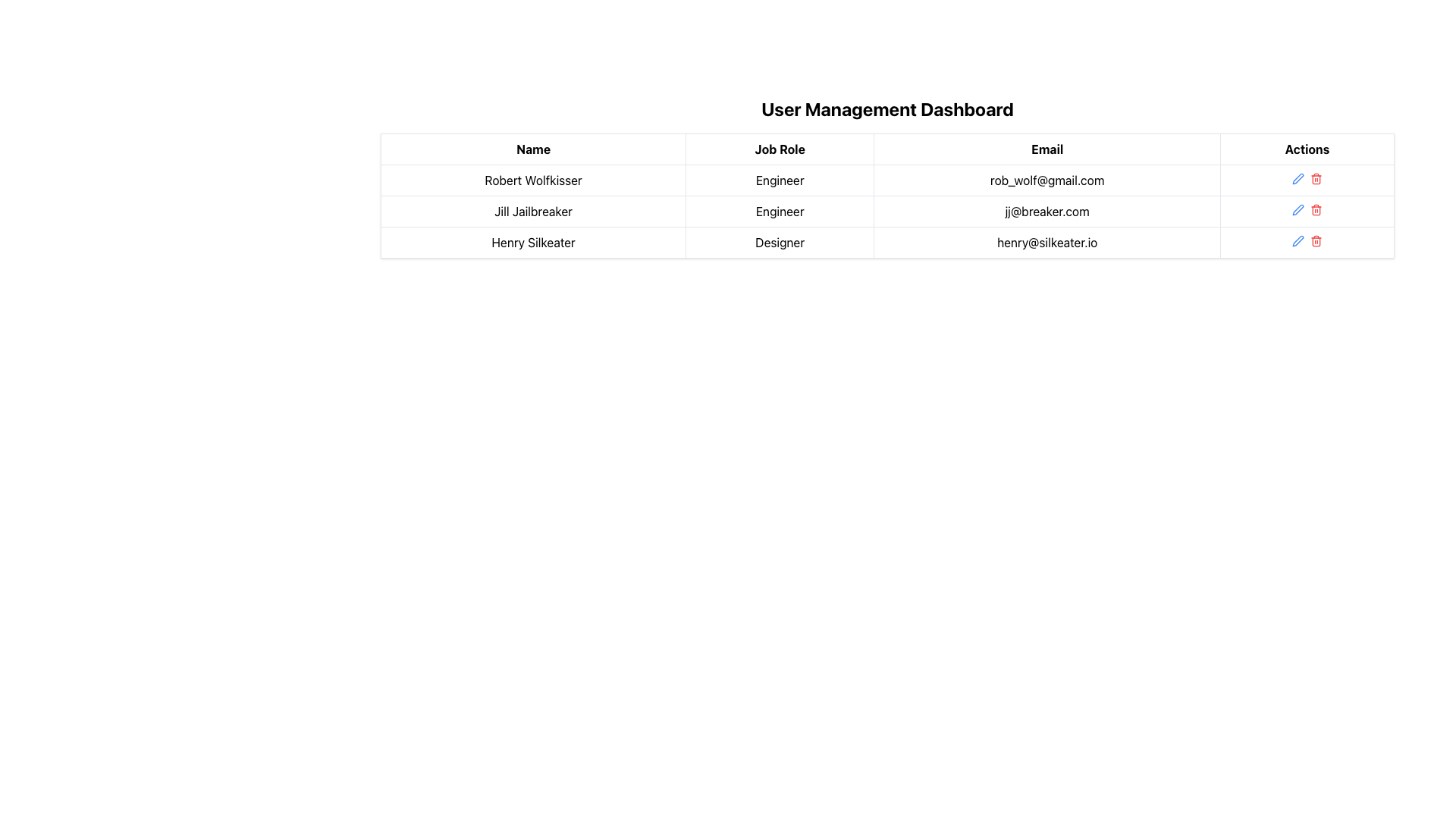 This screenshot has height=819, width=1456. What do you see at coordinates (1298, 177) in the screenshot?
I see `the pen icon button located in the 'Actions' column of the first row in the user management table to initiate editing` at bounding box center [1298, 177].